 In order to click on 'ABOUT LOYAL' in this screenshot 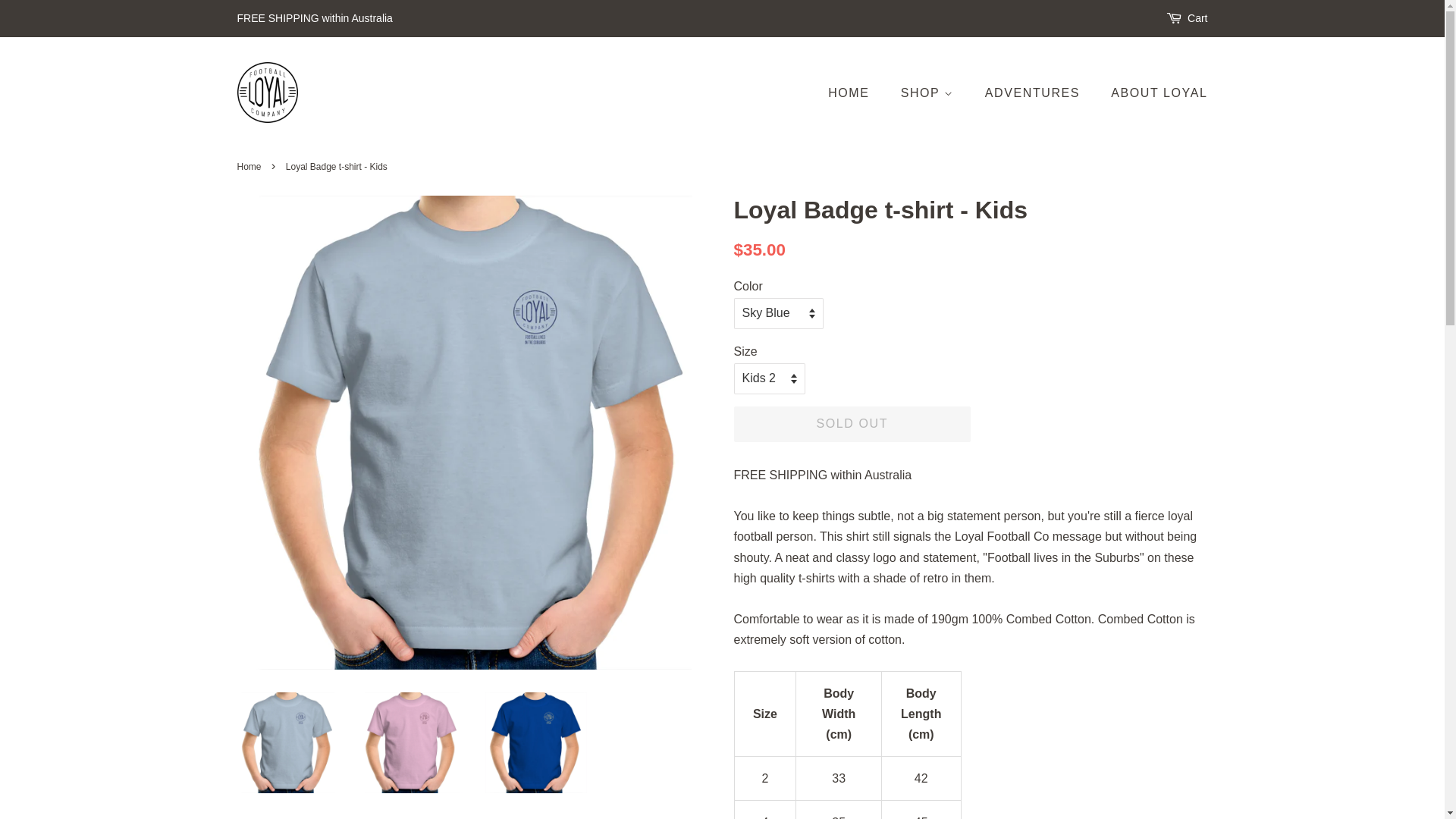, I will do `click(1153, 93)`.